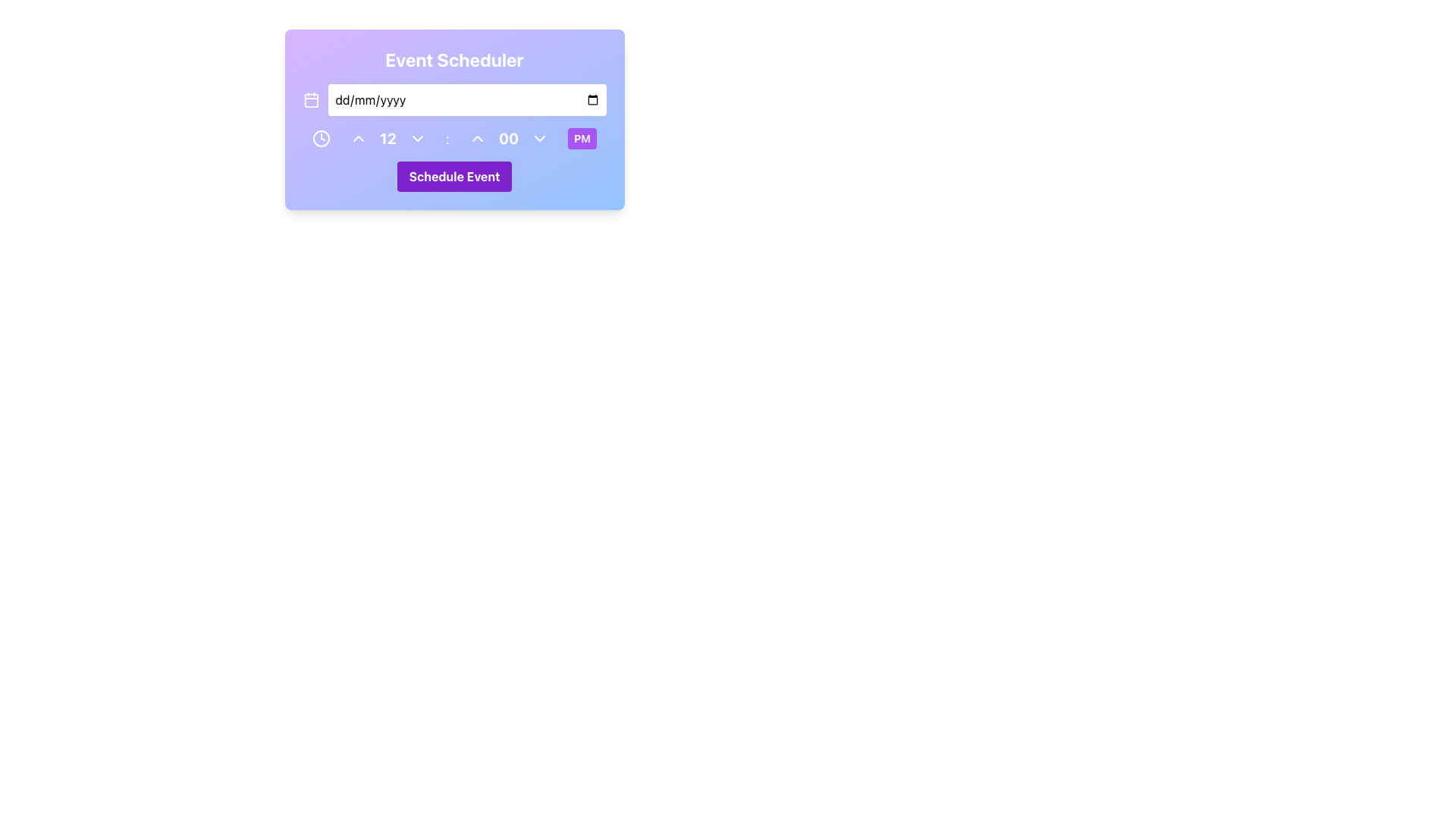 This screenshot has width=1456, height=819. Describe the element at coordinates (320, 138) in the screenshot. I see `the clock icon, which is styled with a circular outline and hands indicating time, located to the left of the numeric time selector '12' in the central part of the time selection control` at that location.